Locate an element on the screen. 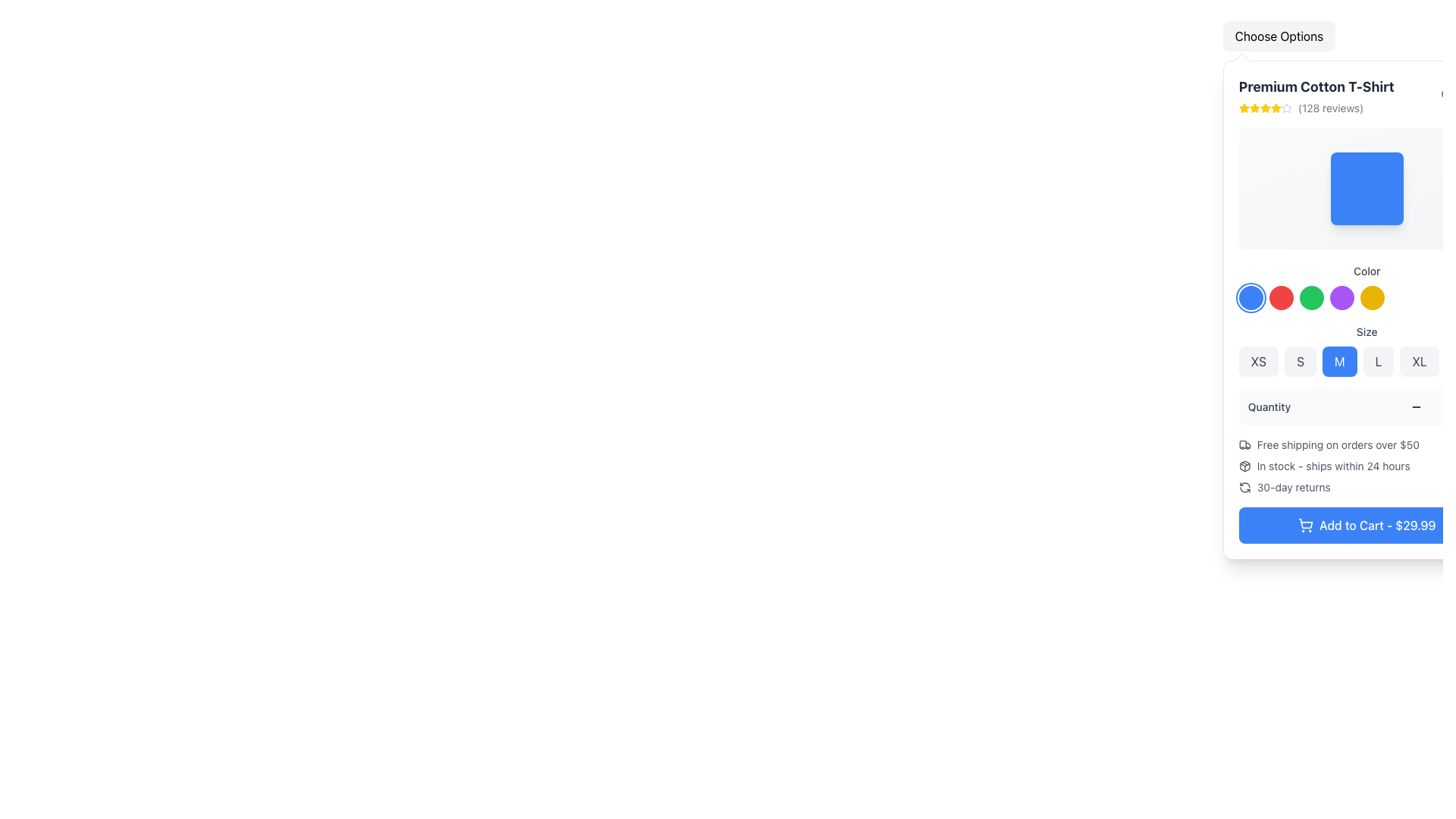 This screenshot has height=819, width=1456. the first button in the horizontally aligned group of size buttons is located at coordinates (1258, 362).